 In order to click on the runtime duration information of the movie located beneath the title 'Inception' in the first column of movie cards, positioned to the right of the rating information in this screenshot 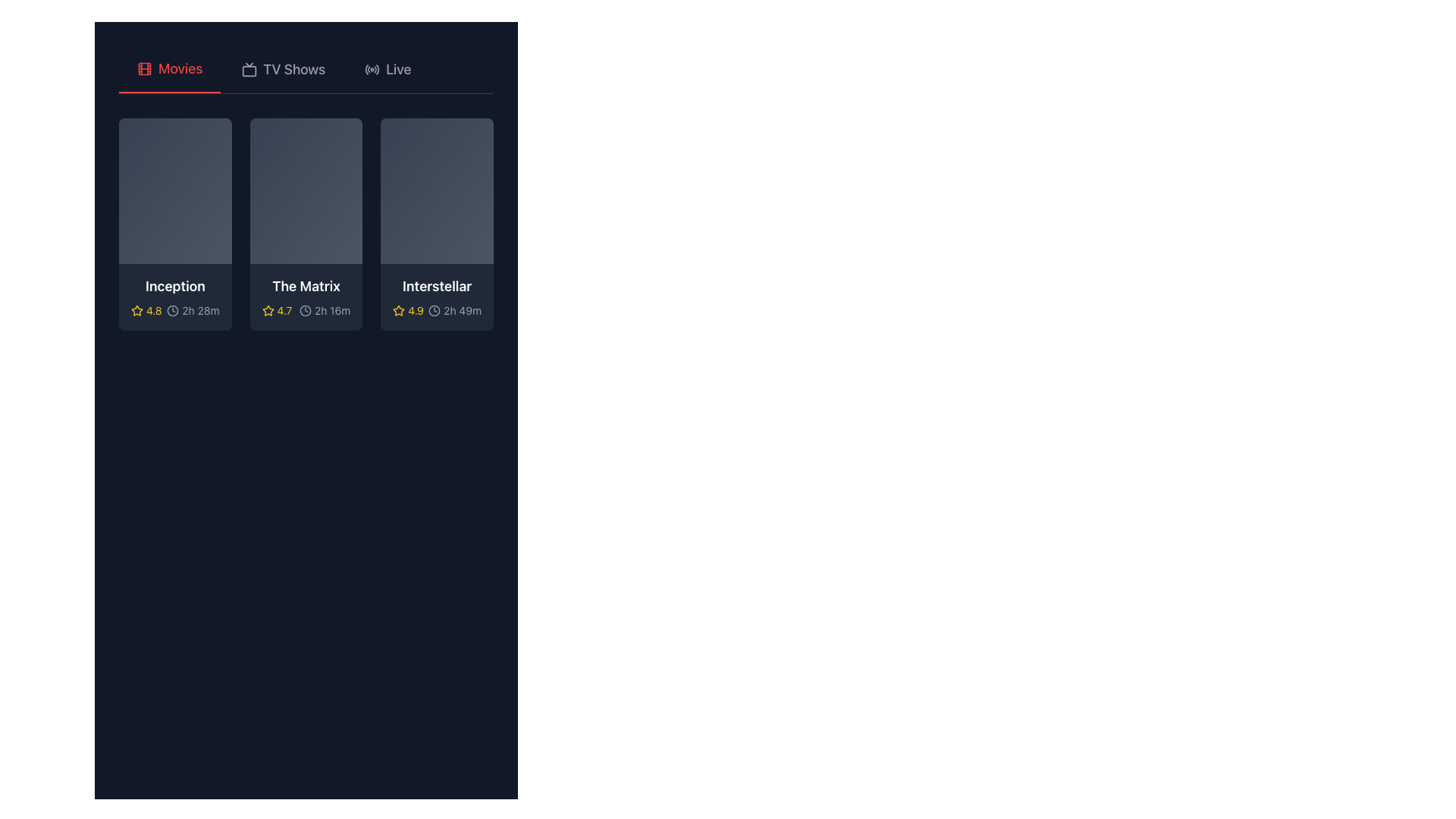, I will do `click(175, 309)`.